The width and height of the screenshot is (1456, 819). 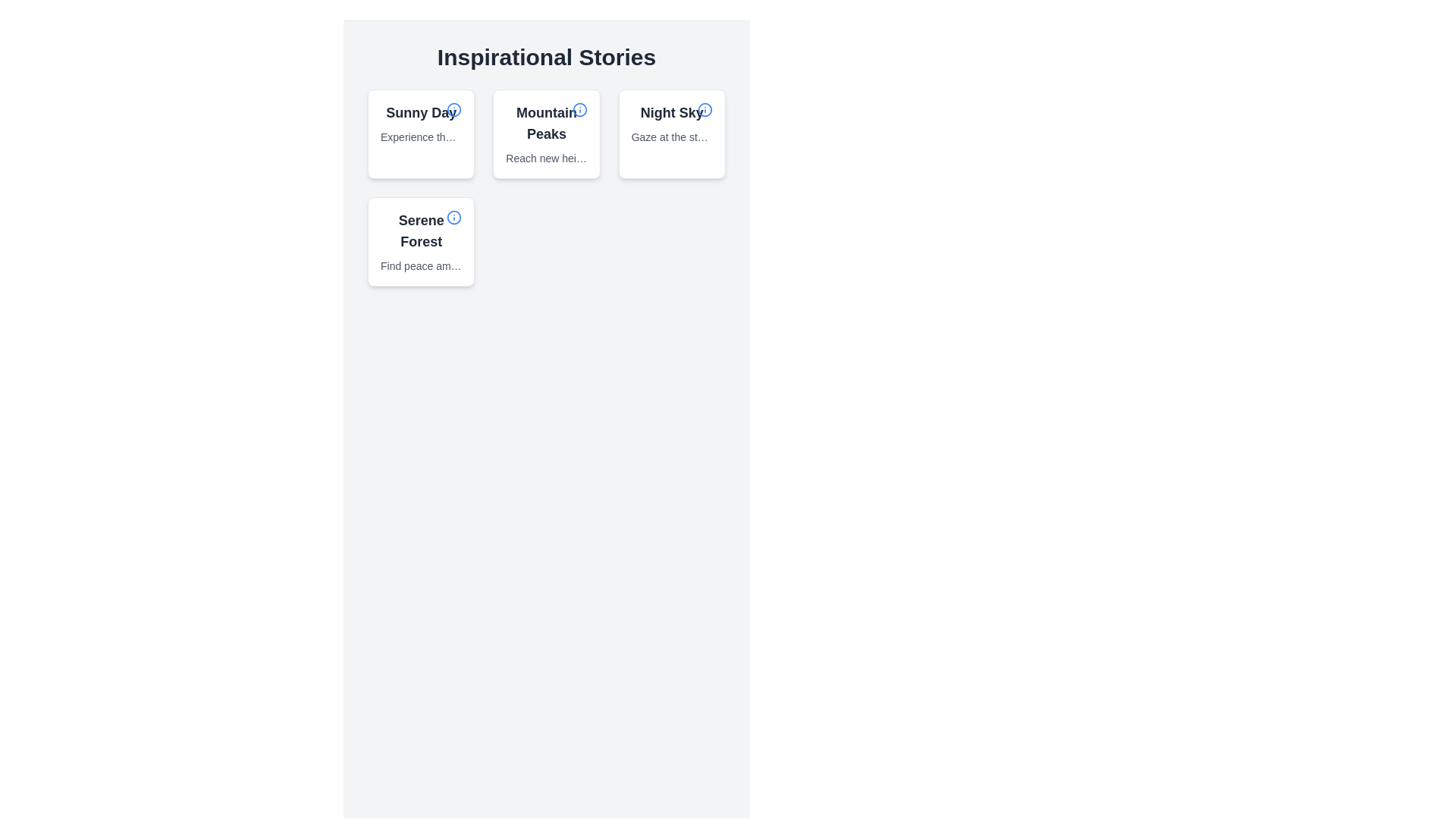 I want to click on the blue outlined circular info icon located within the 'Mountain Peaks' card, so click(x=579, y=109).